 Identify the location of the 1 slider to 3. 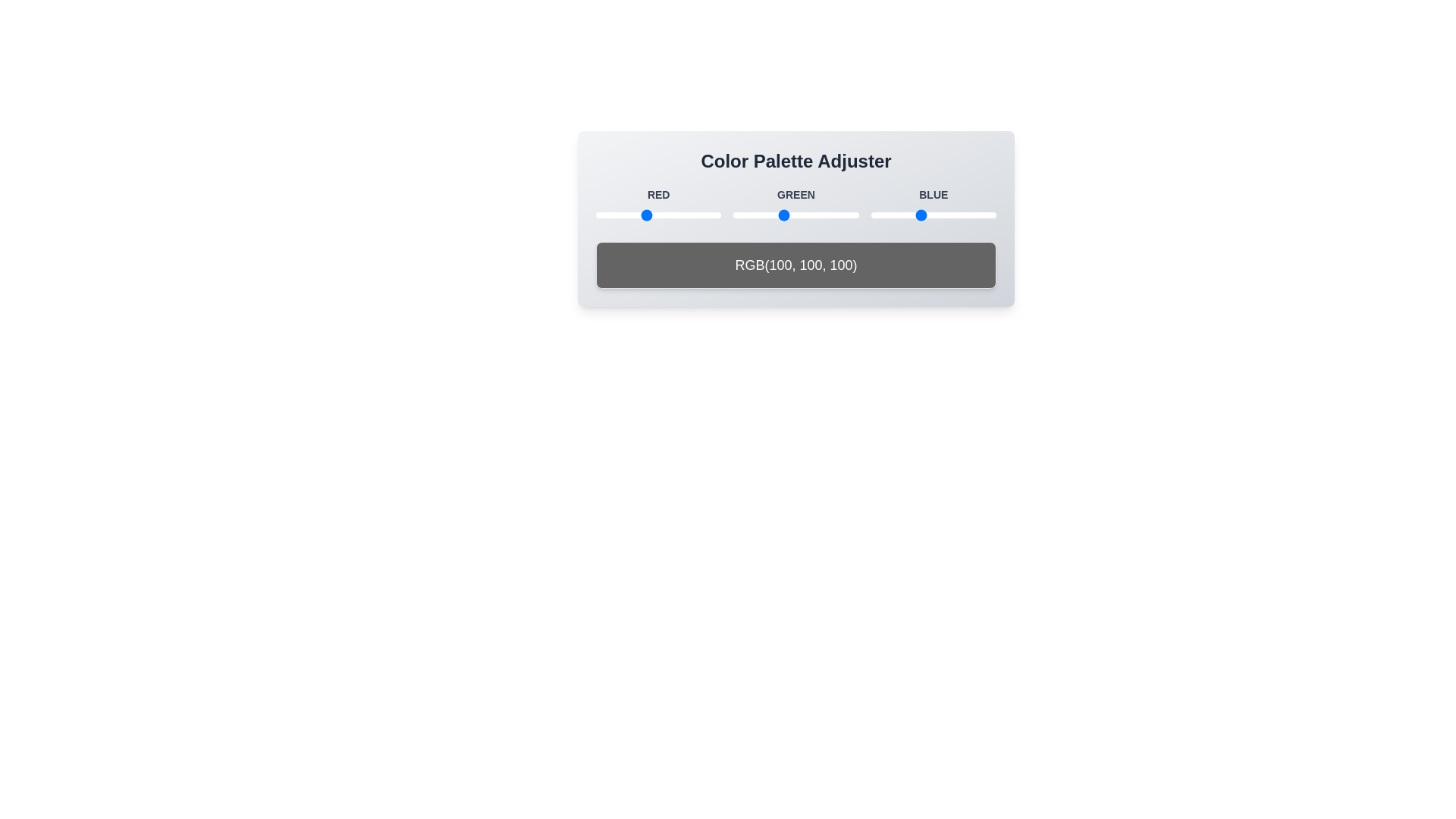
(596, 215).